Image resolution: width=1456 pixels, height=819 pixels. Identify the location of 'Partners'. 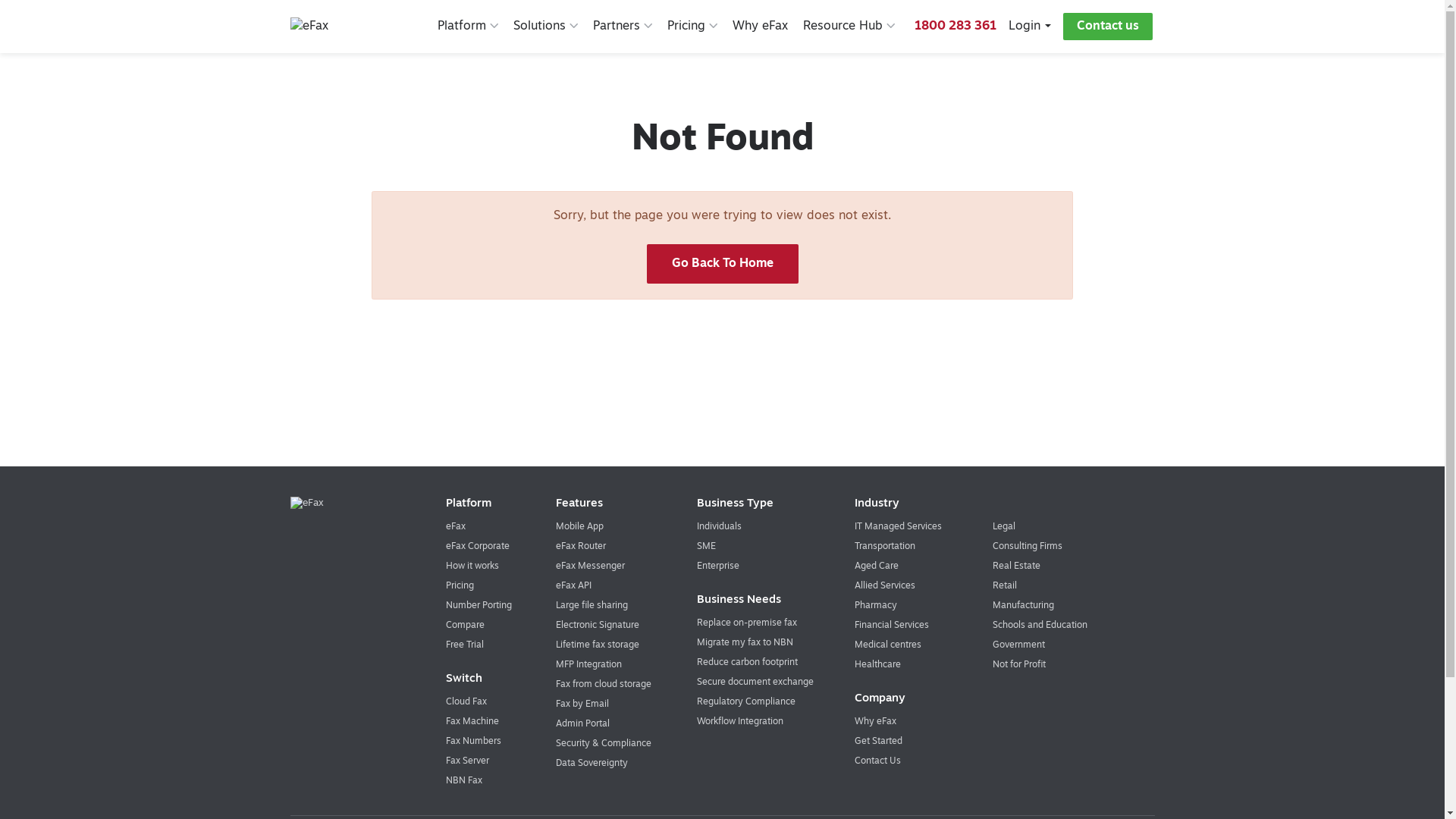
(622, 26).